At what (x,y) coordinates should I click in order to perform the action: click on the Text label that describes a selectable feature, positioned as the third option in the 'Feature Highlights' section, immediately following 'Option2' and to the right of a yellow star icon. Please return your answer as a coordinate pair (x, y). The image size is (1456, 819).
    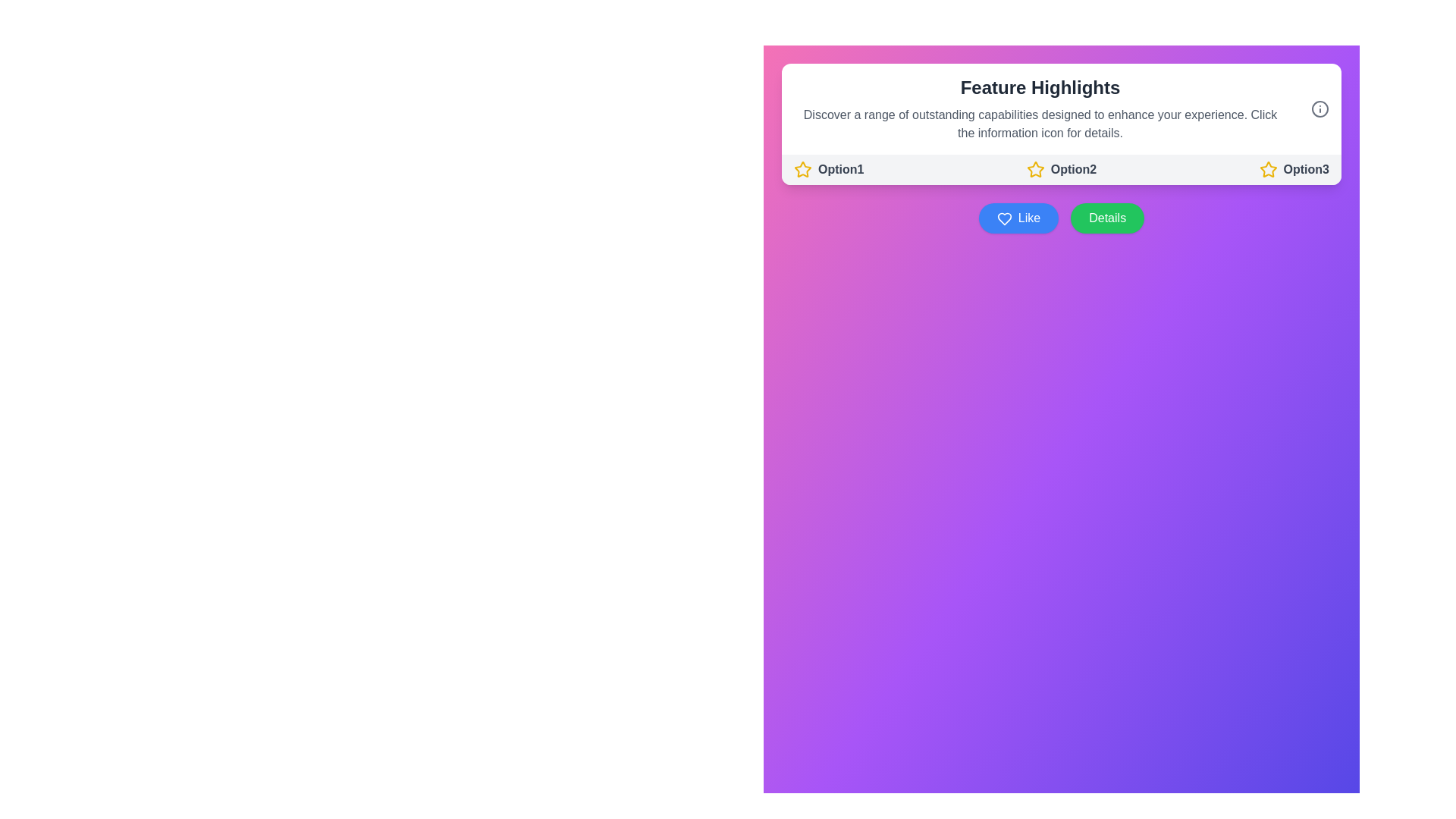
    Looking at the image, I should click on (1305, 169).